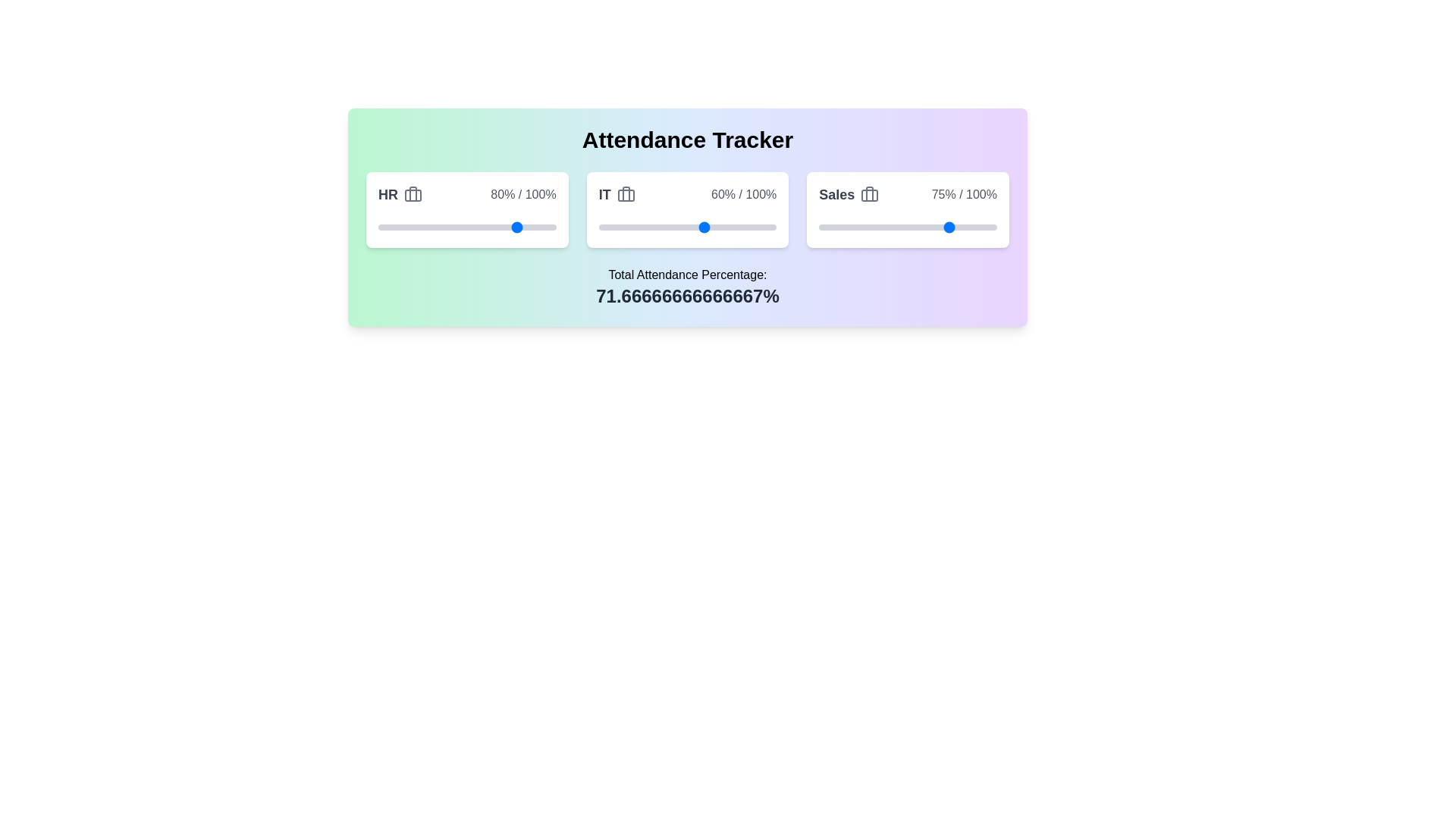 This screenshot has width=1456, height=819. I want to click on the slider value, so click(732, 227).